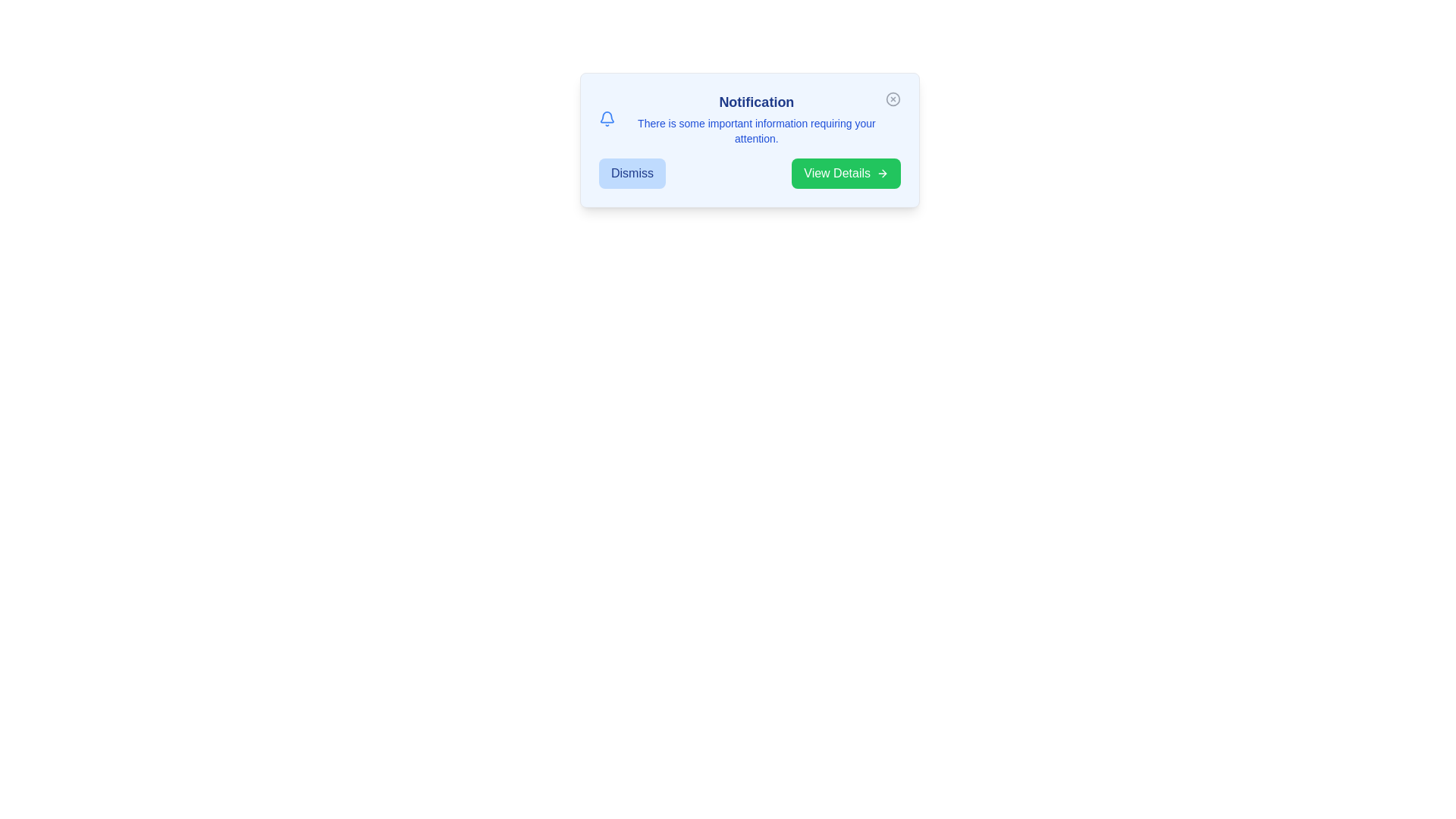  I want to click on 'View Details' button to proceed to more information, so click(846, 172).